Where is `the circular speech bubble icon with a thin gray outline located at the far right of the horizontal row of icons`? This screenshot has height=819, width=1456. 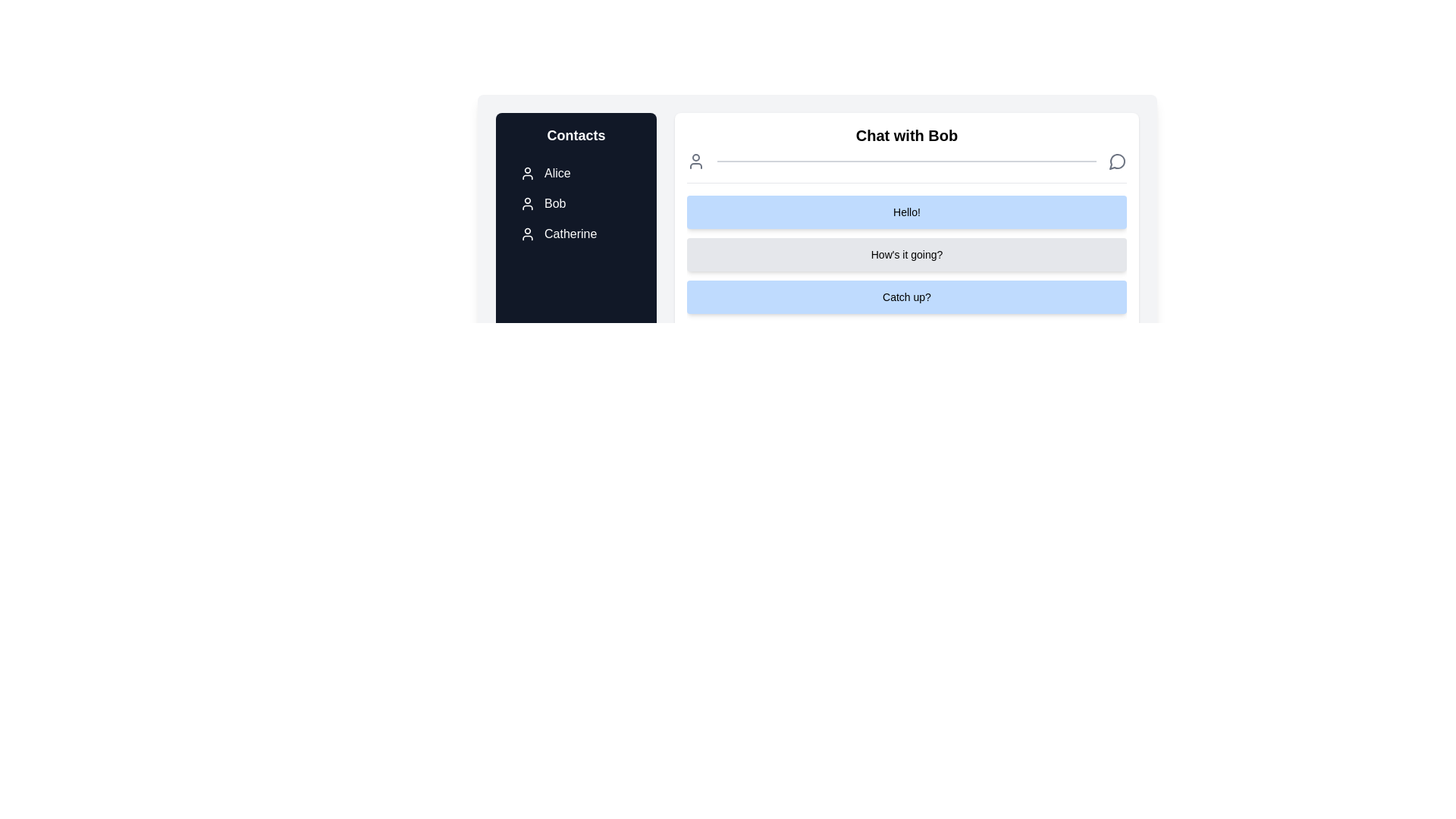 the circular speech bubble icon with a thin gray outline located at the far right of the horizontal row of icons is located at coordinates (1117, 161).